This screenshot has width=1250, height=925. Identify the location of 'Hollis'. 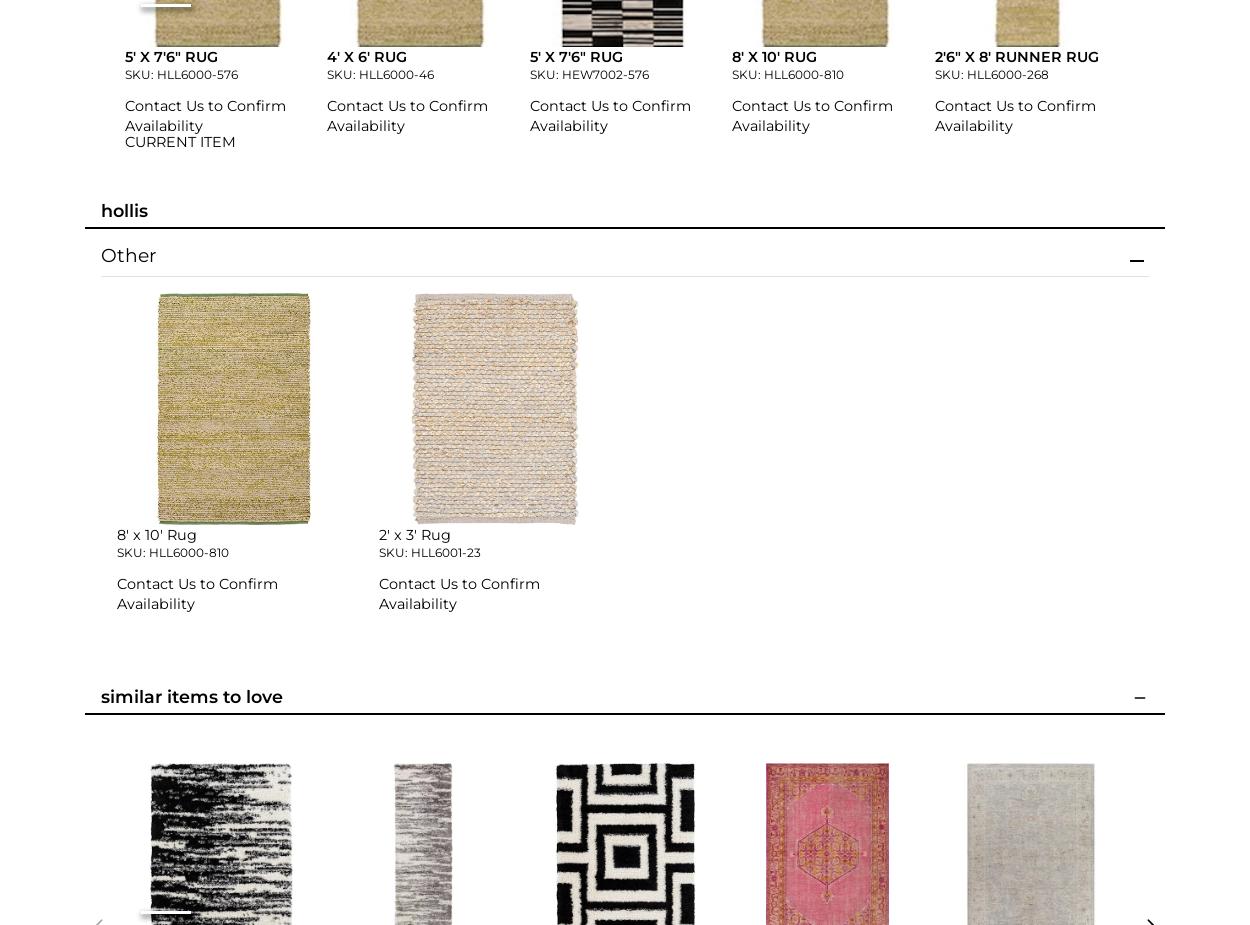
(123, 208).